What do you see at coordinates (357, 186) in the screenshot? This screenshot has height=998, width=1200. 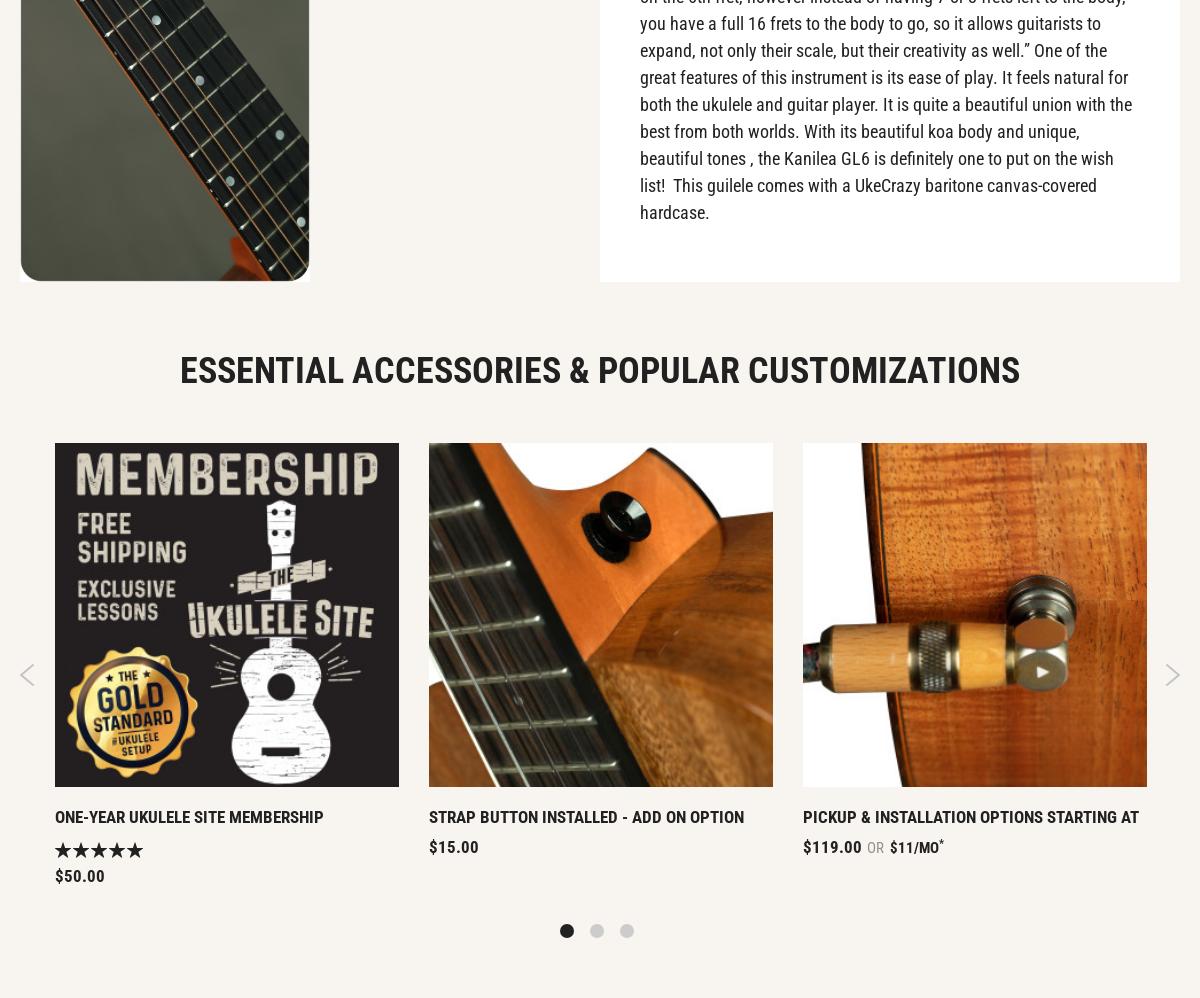 I see `'Products'` at bounding box center [357, 186].